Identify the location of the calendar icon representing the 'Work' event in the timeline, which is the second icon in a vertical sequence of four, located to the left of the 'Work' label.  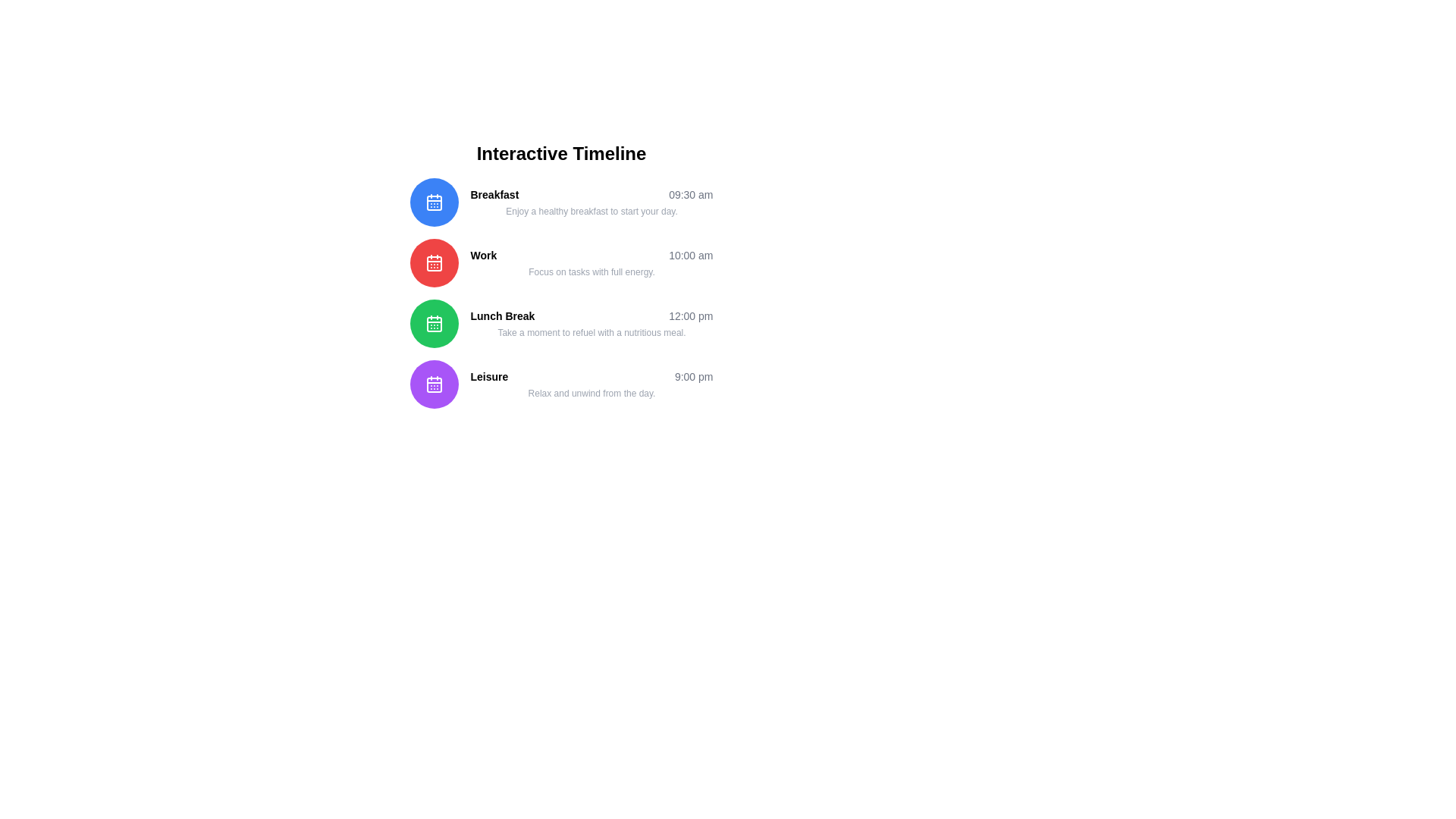
(433, 262).